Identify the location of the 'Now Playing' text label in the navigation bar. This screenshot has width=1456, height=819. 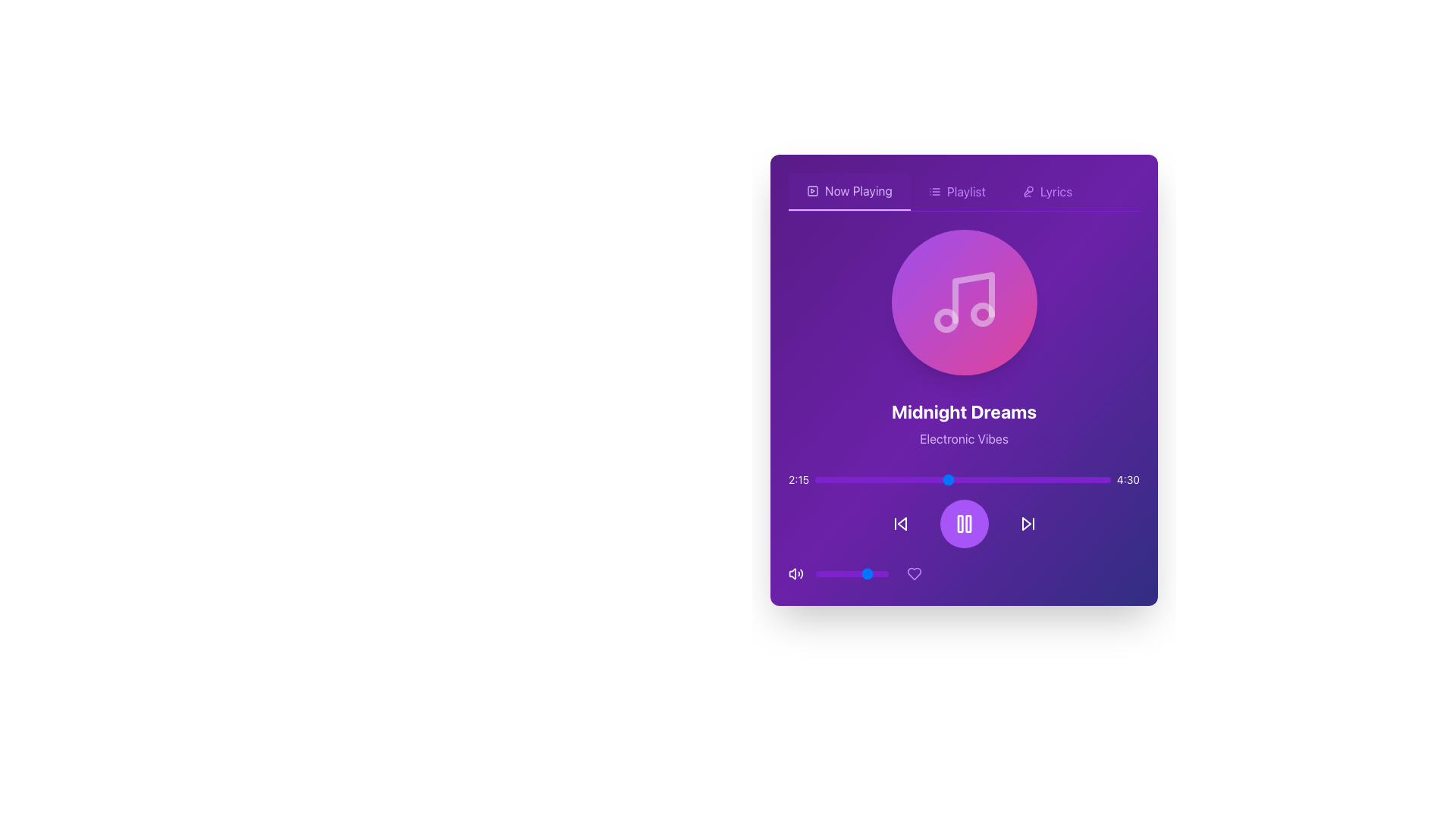
(858, 190).